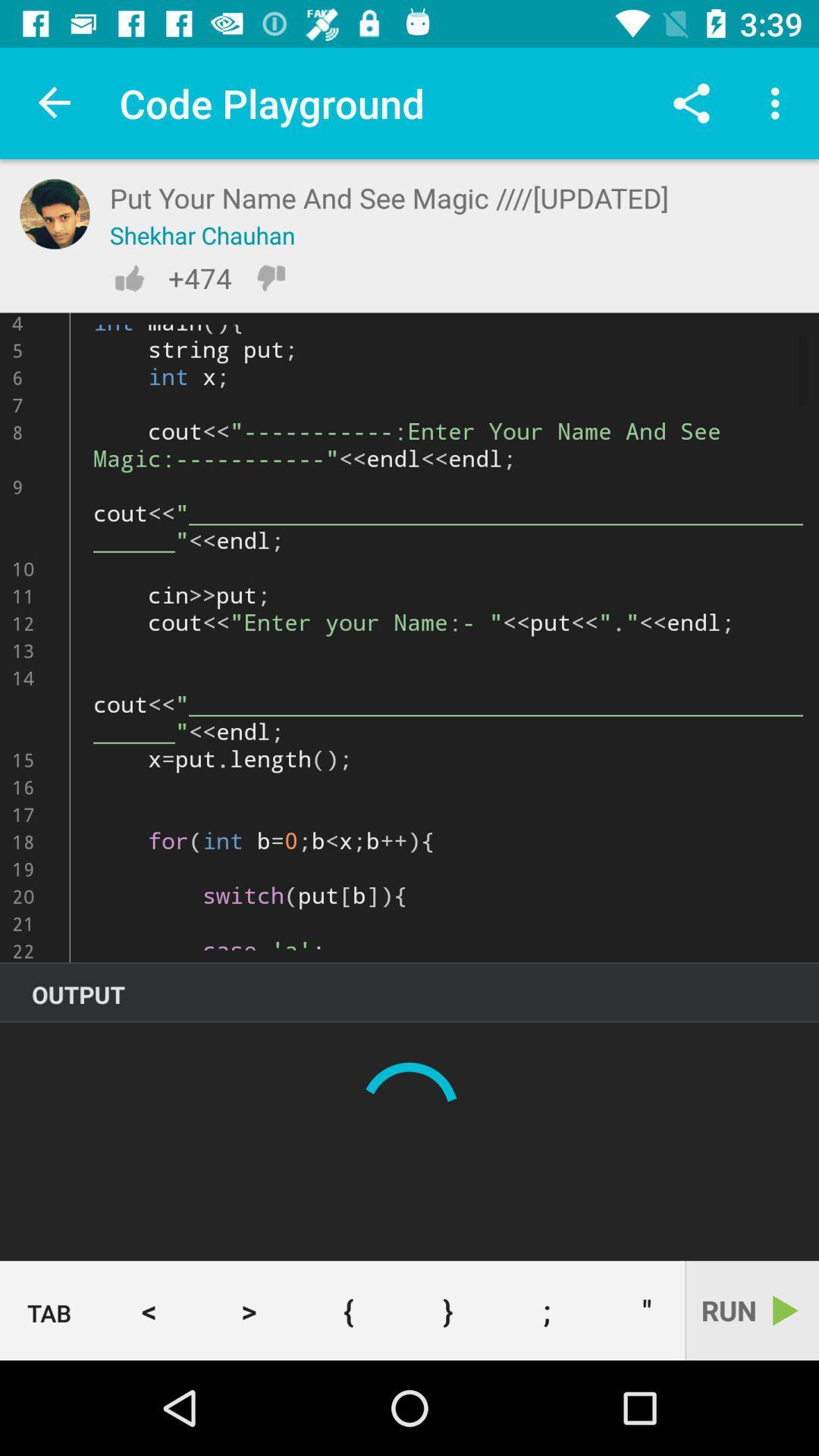 This screenshot has height=1456, width=819. I want to click on eu no gostei, so click(270, 278).